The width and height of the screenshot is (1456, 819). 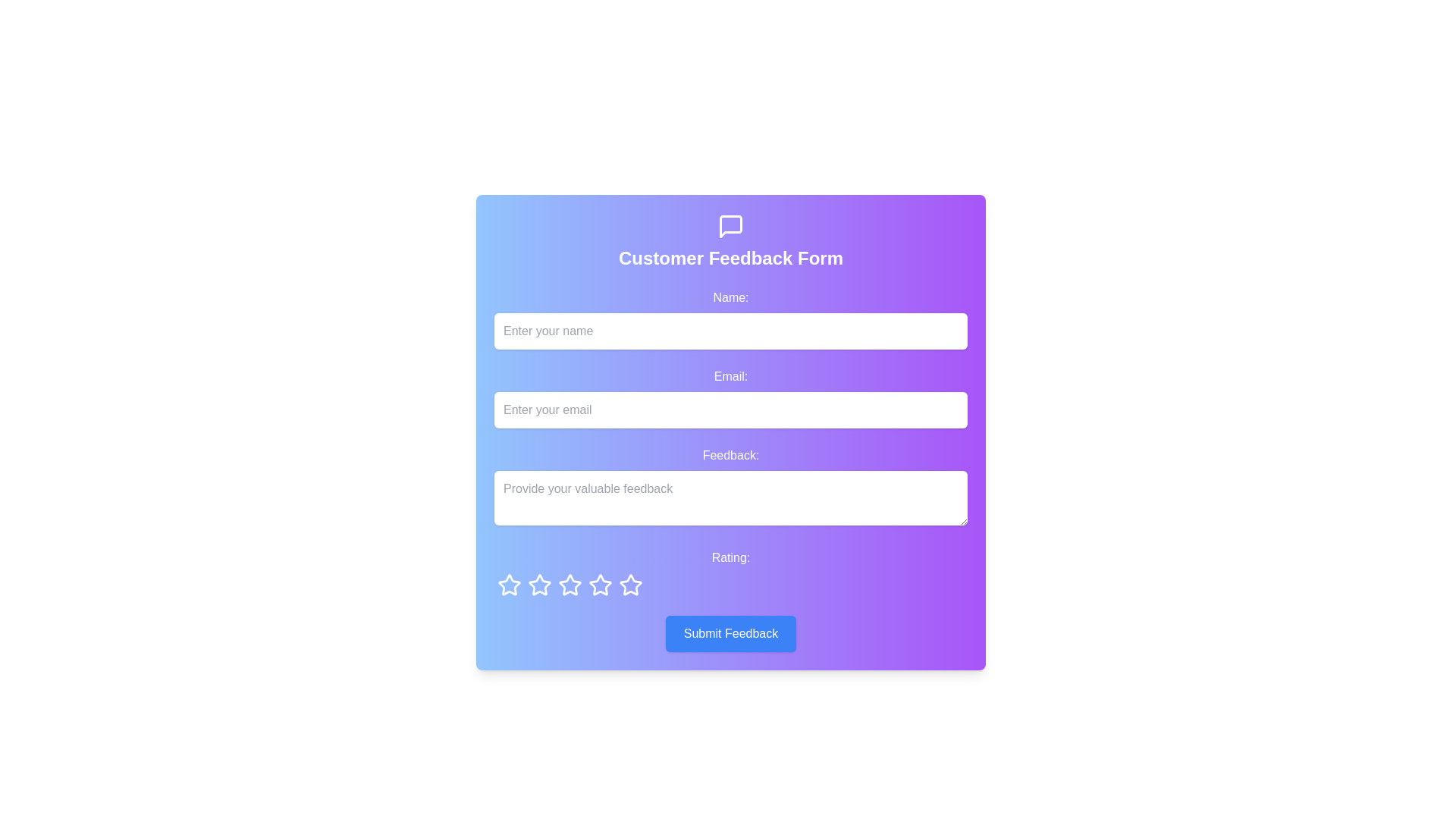 I want to click on the fifth star icon in the rating system, so click(x=600, y=584).